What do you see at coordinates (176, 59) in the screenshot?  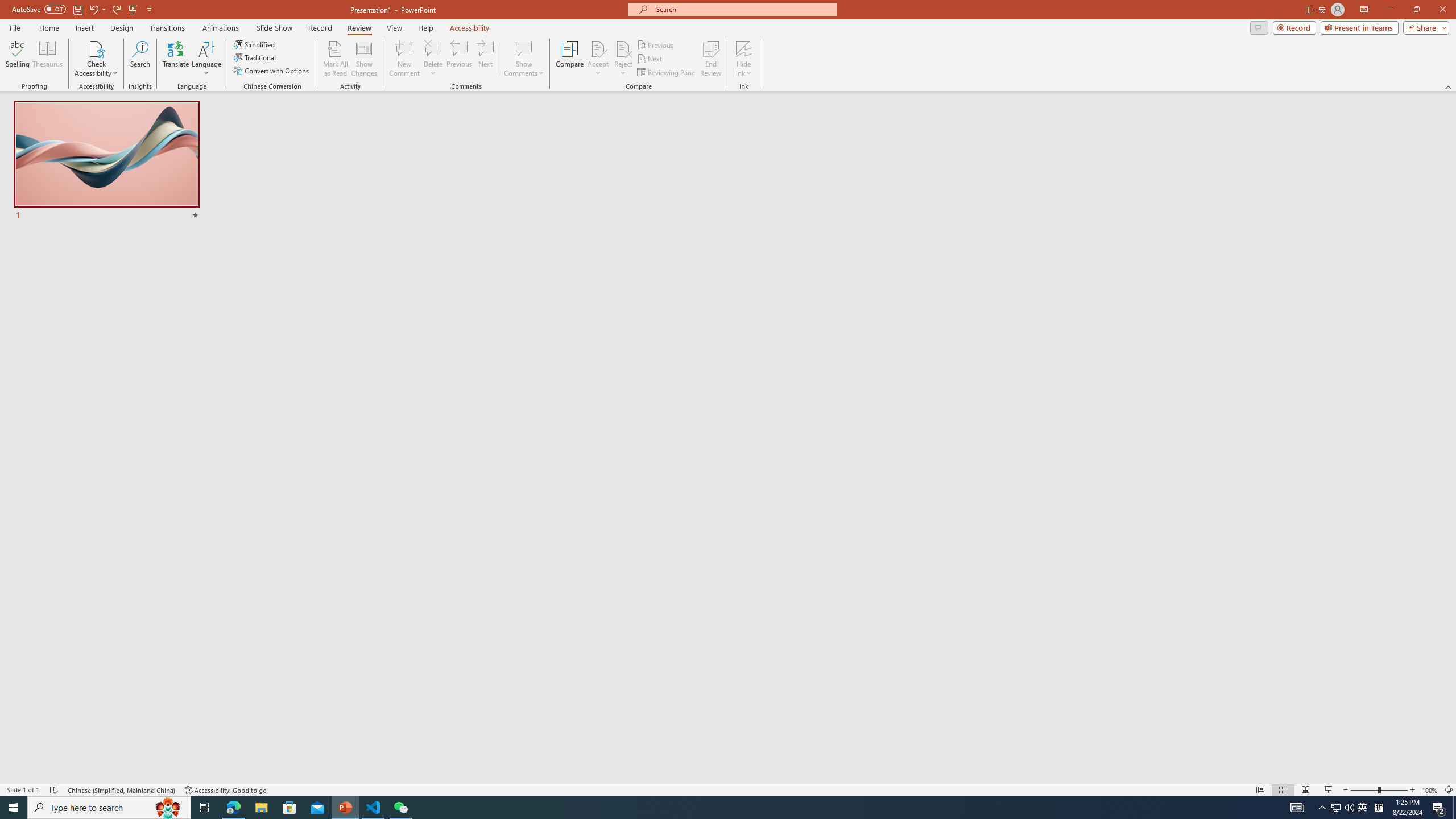 I see `'Translate'` at bounding box center [176, 59].